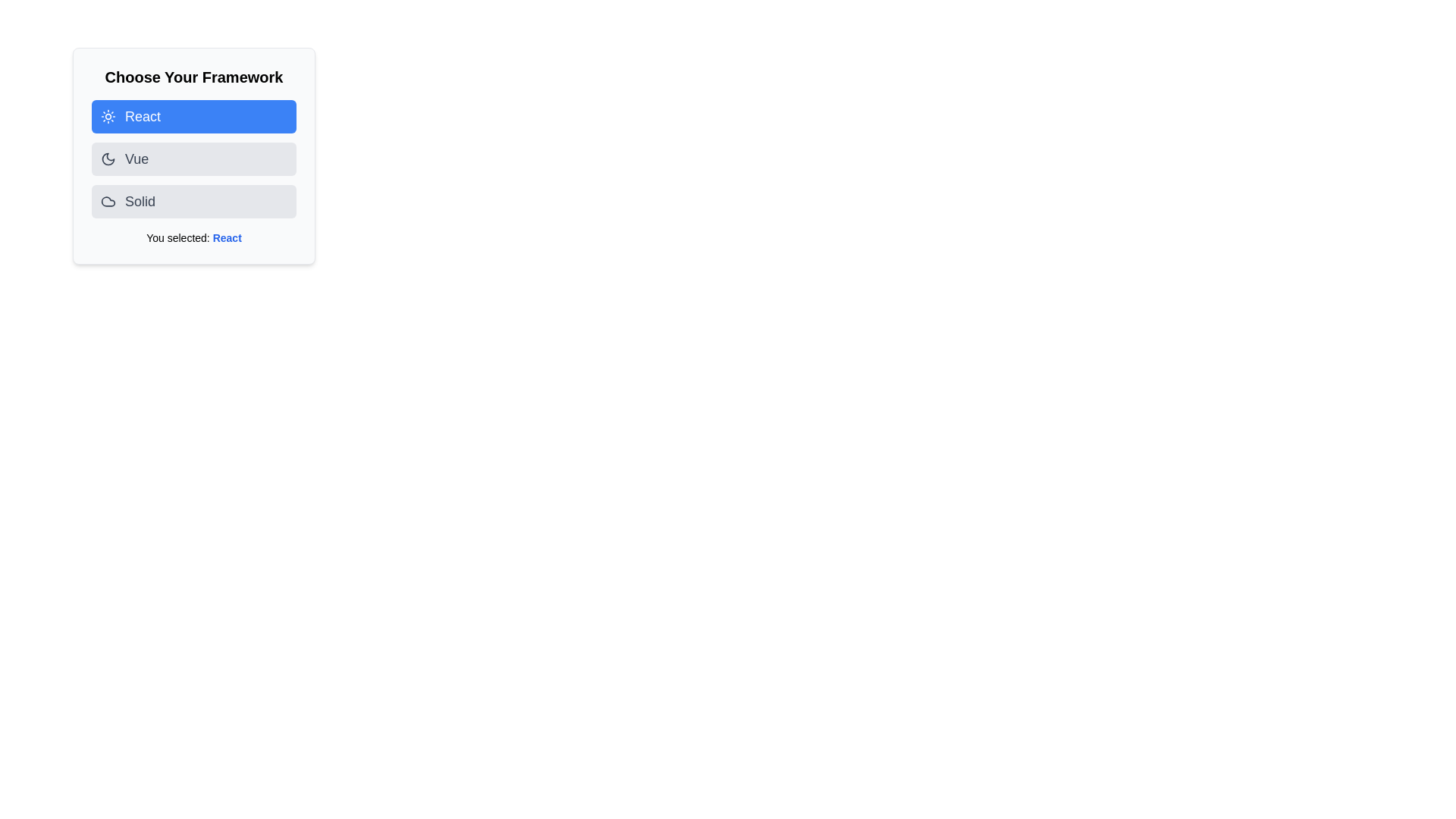 The height and width of the screenshot is (819, 1456). I want to click on the button for selecting the 'Vue' framework, which is the second item in the vertical list of options, so click(193, 158).